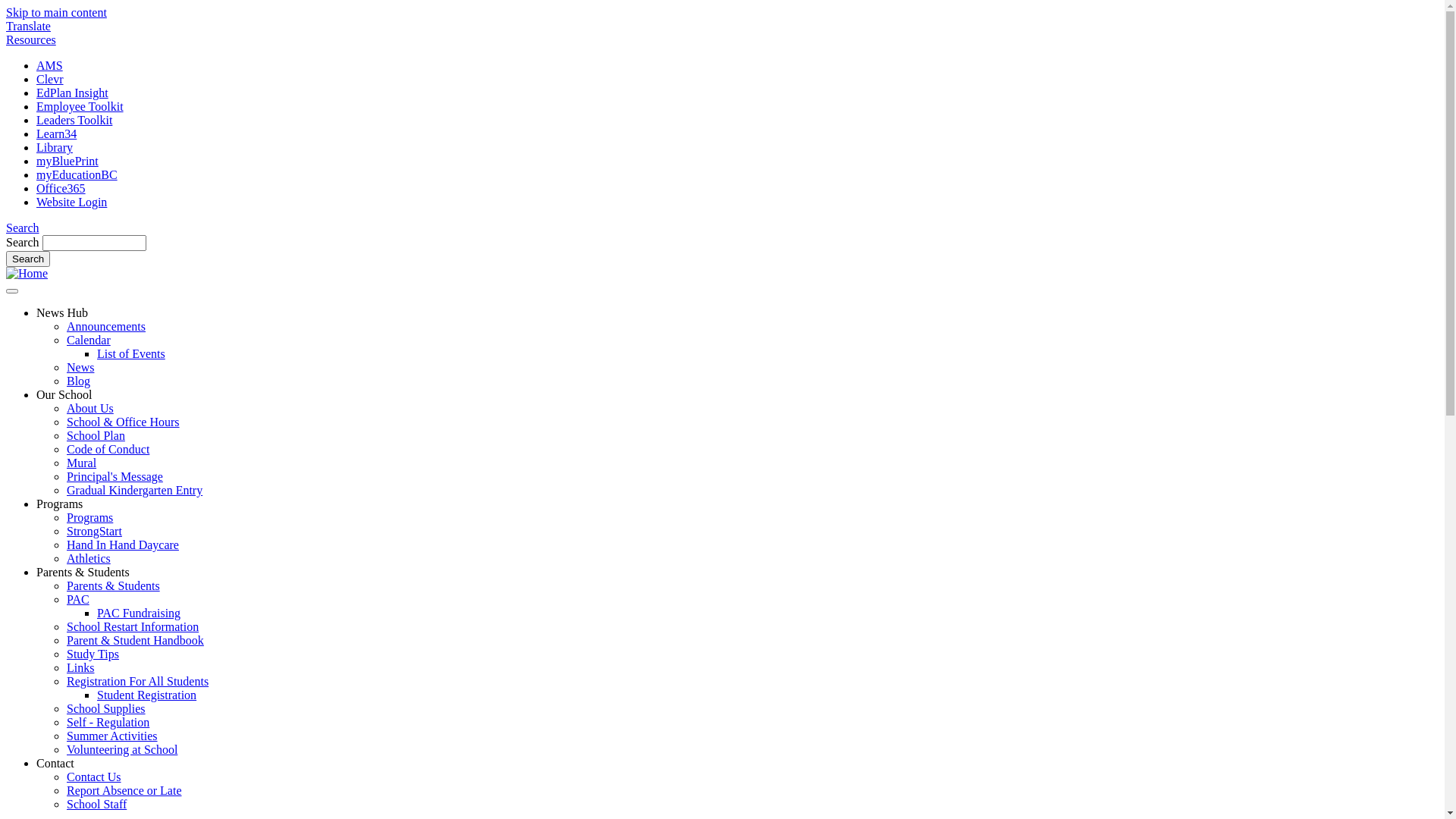  I want to click on 'Blog', so click(77, 380).